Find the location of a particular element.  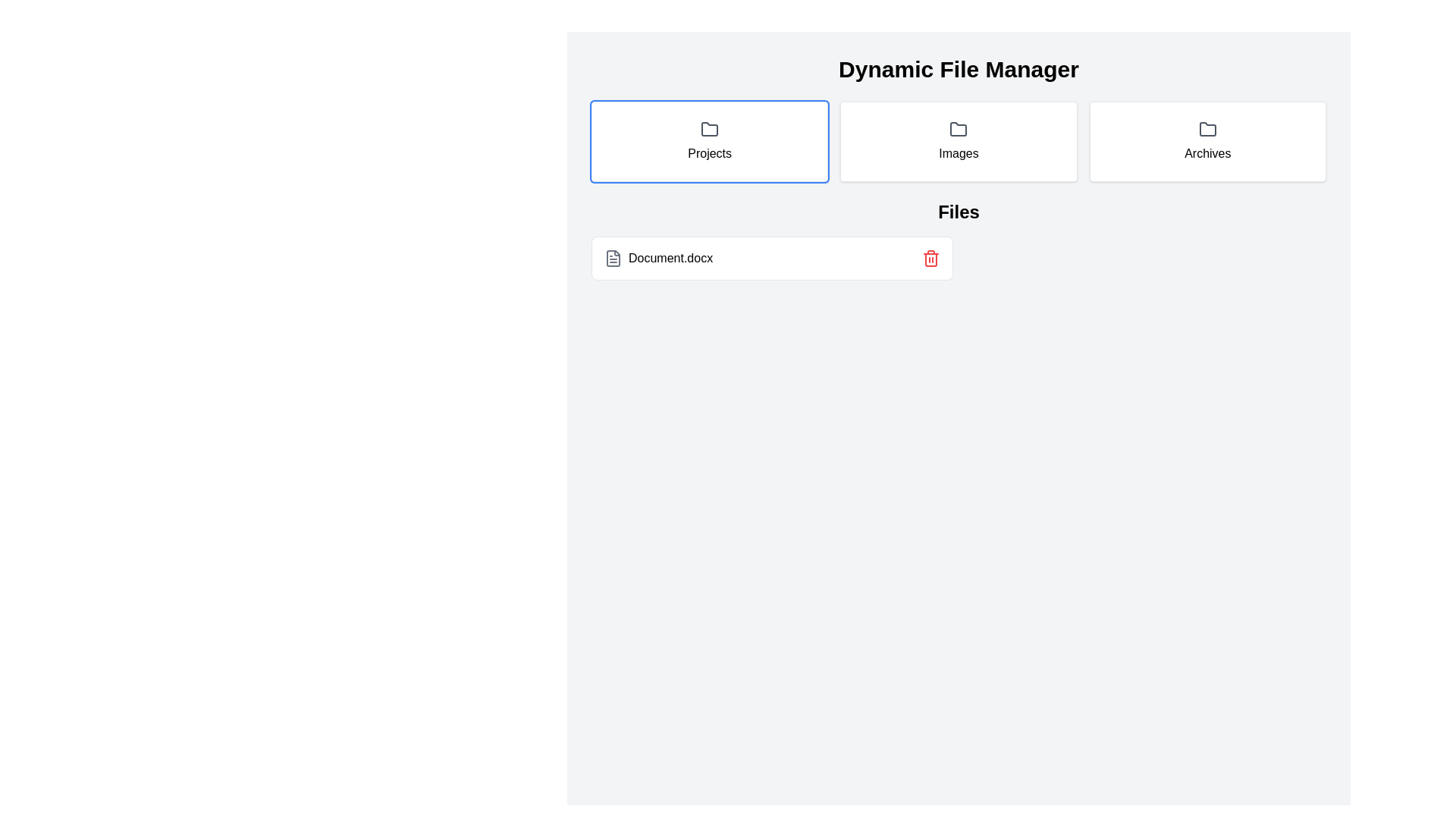

the illustrated folder icon in the 'Projects' section, which is styled with a simple outline and a cut-out design, located at the top left corner of the 'Files' section is located at coordinates (709, 128).